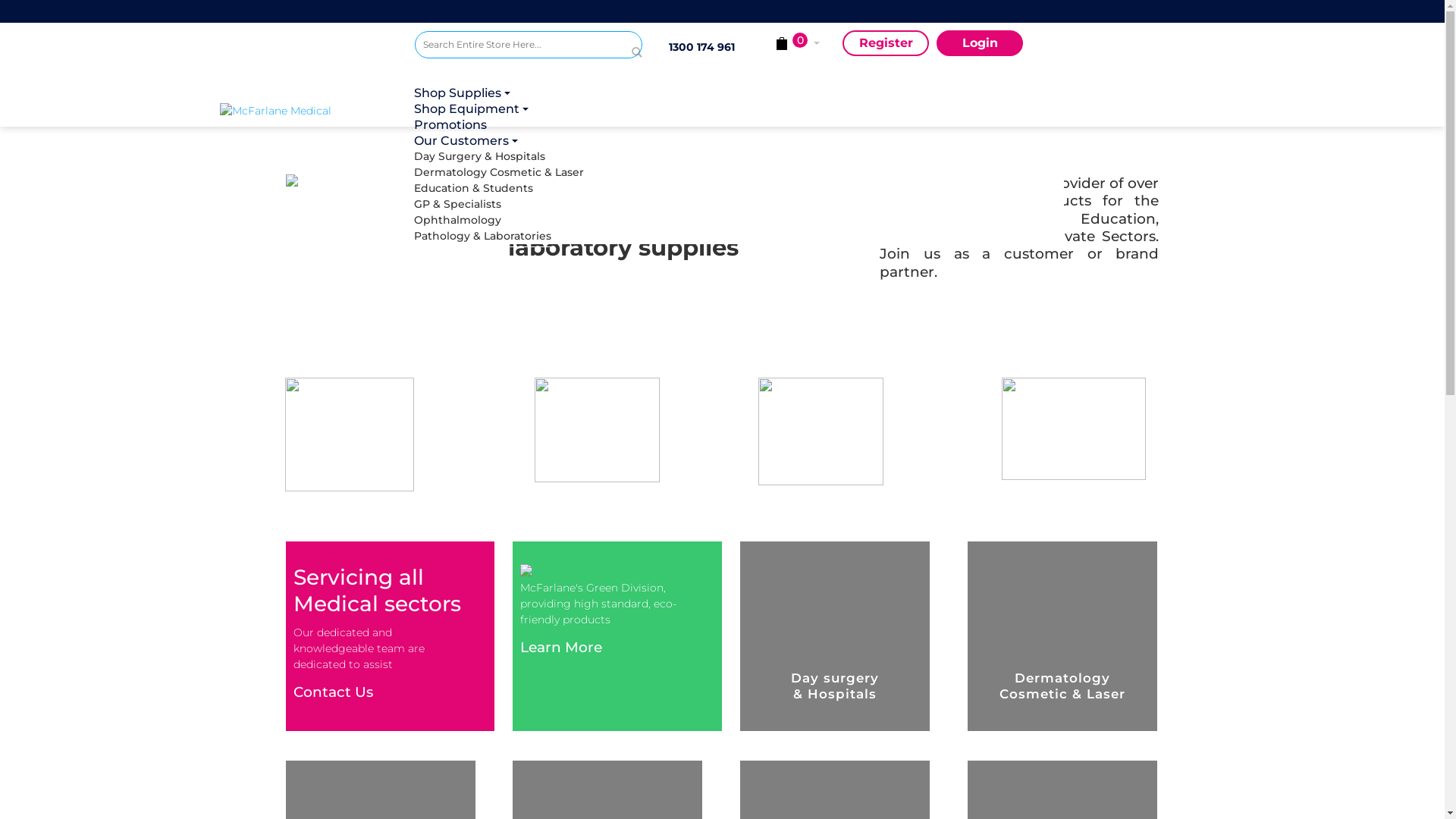 This screenshot has height=819, width=1456. What do you see at coordinates (414, 220) in the screenshot?
I see `'Ophthalmology'` at bounding box center [414, 220].